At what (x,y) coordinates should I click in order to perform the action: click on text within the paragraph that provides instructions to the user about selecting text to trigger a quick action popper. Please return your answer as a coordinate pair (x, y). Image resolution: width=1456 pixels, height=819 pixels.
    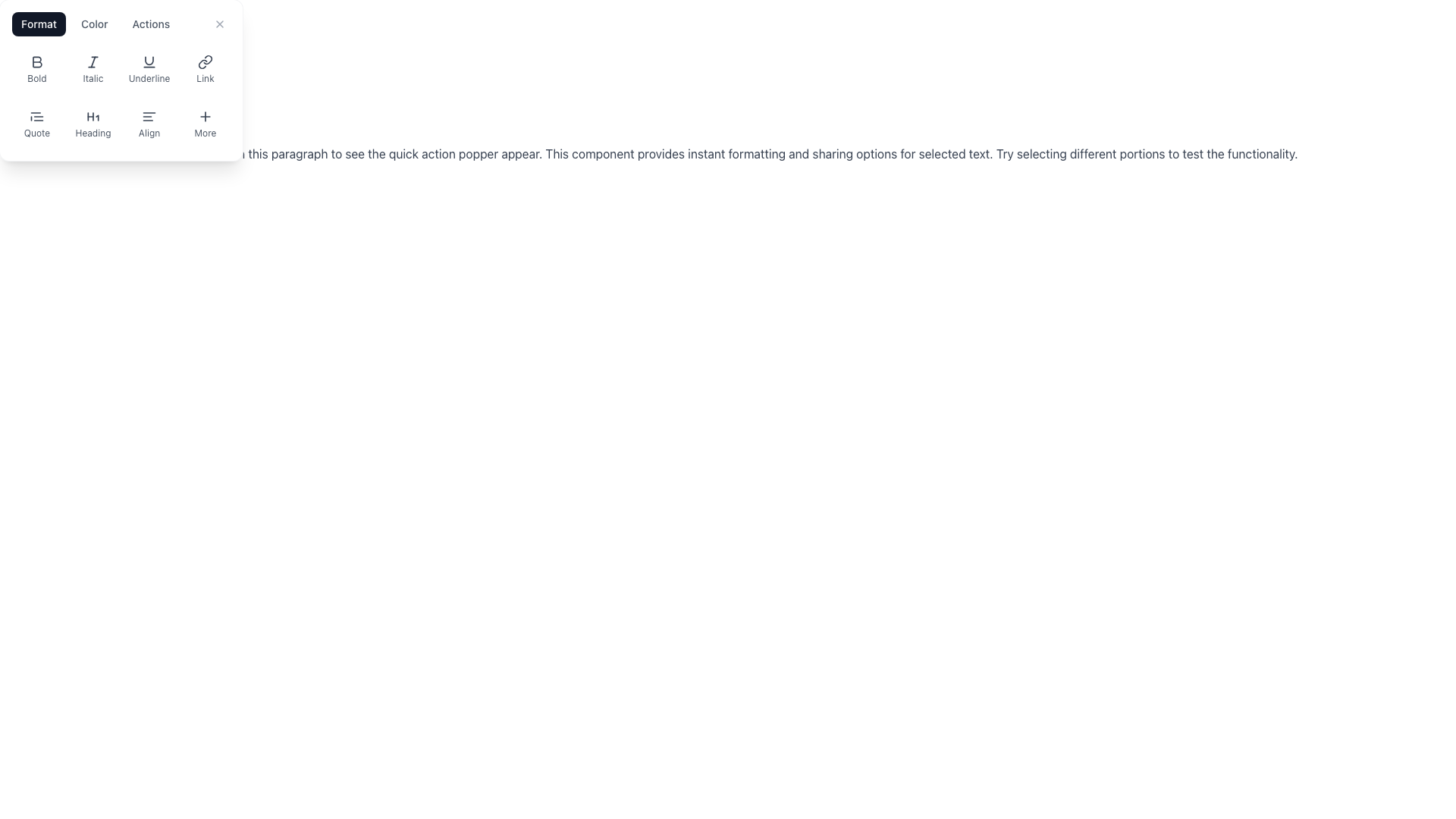
    Looking at the image, I should click on (723, 154).